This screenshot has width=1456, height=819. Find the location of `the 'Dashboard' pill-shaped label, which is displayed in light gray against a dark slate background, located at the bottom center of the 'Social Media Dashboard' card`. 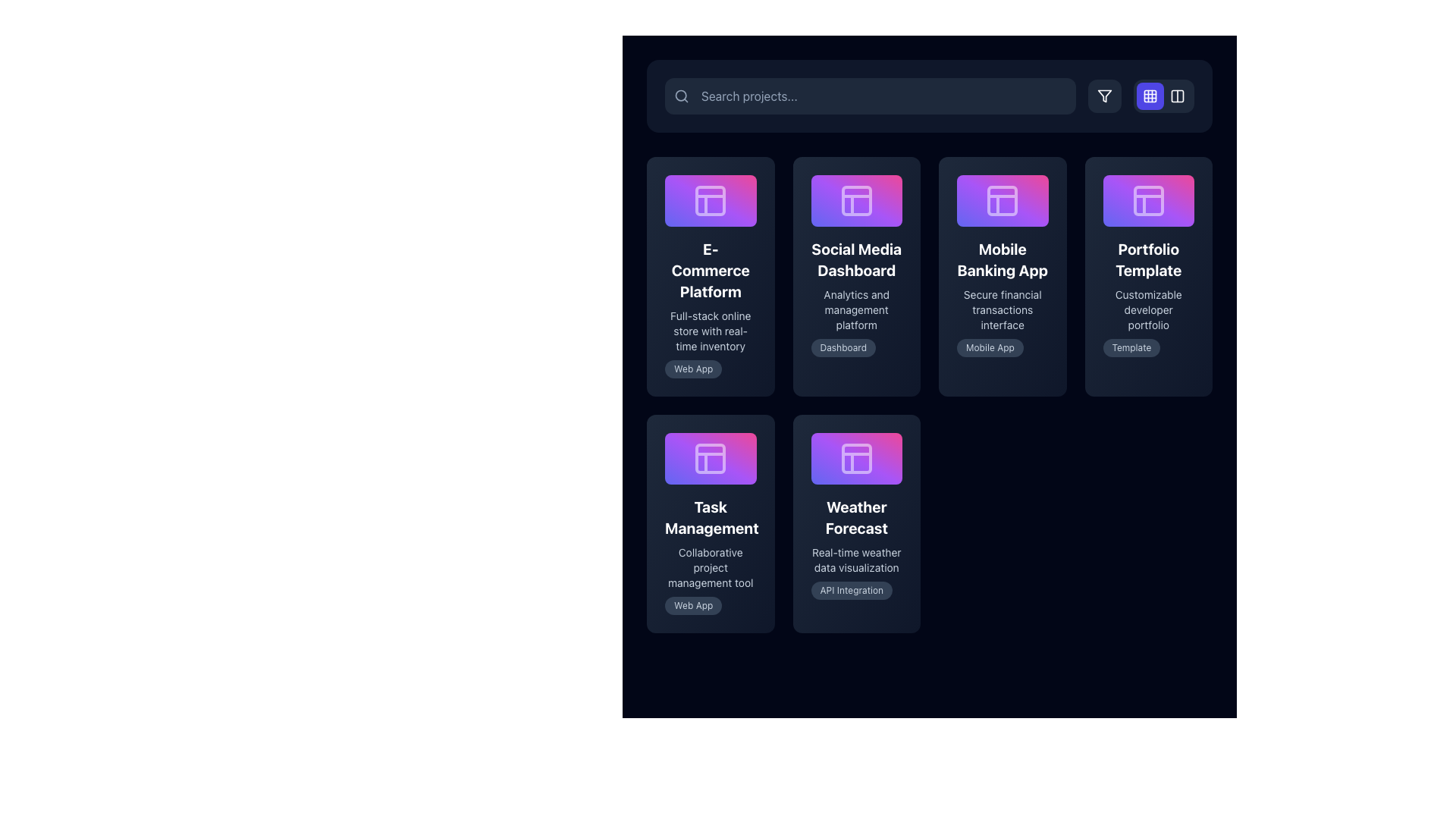

the 'Dashboard' pill-shaped label, which is displayed in light gray against a dark slate background, located at the bottom center of the 'Social Media Dashboard' card is located at coordinates (843, 347).